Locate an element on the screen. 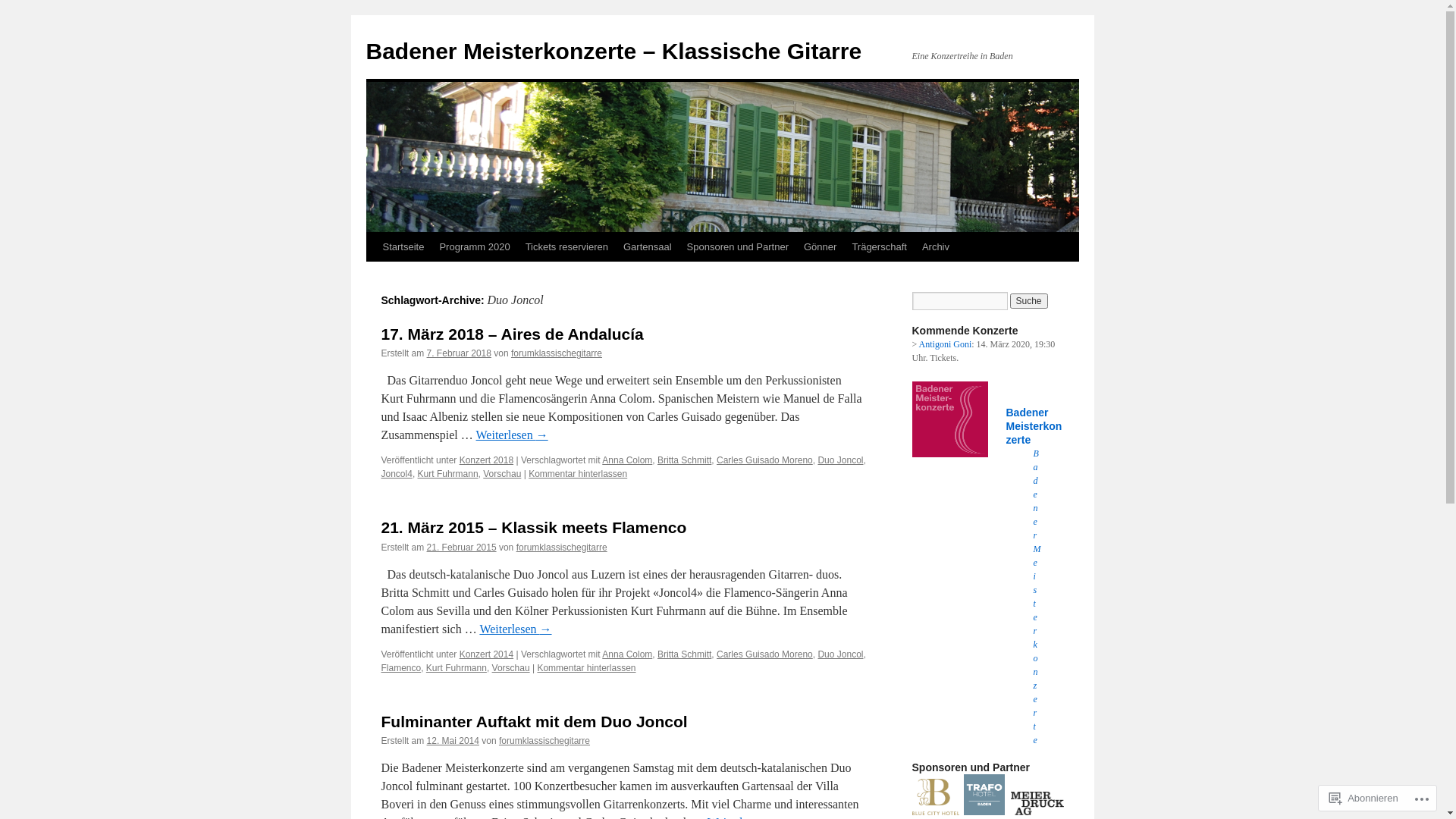  'Konzert 2014' is located at coordinates (486, 654).